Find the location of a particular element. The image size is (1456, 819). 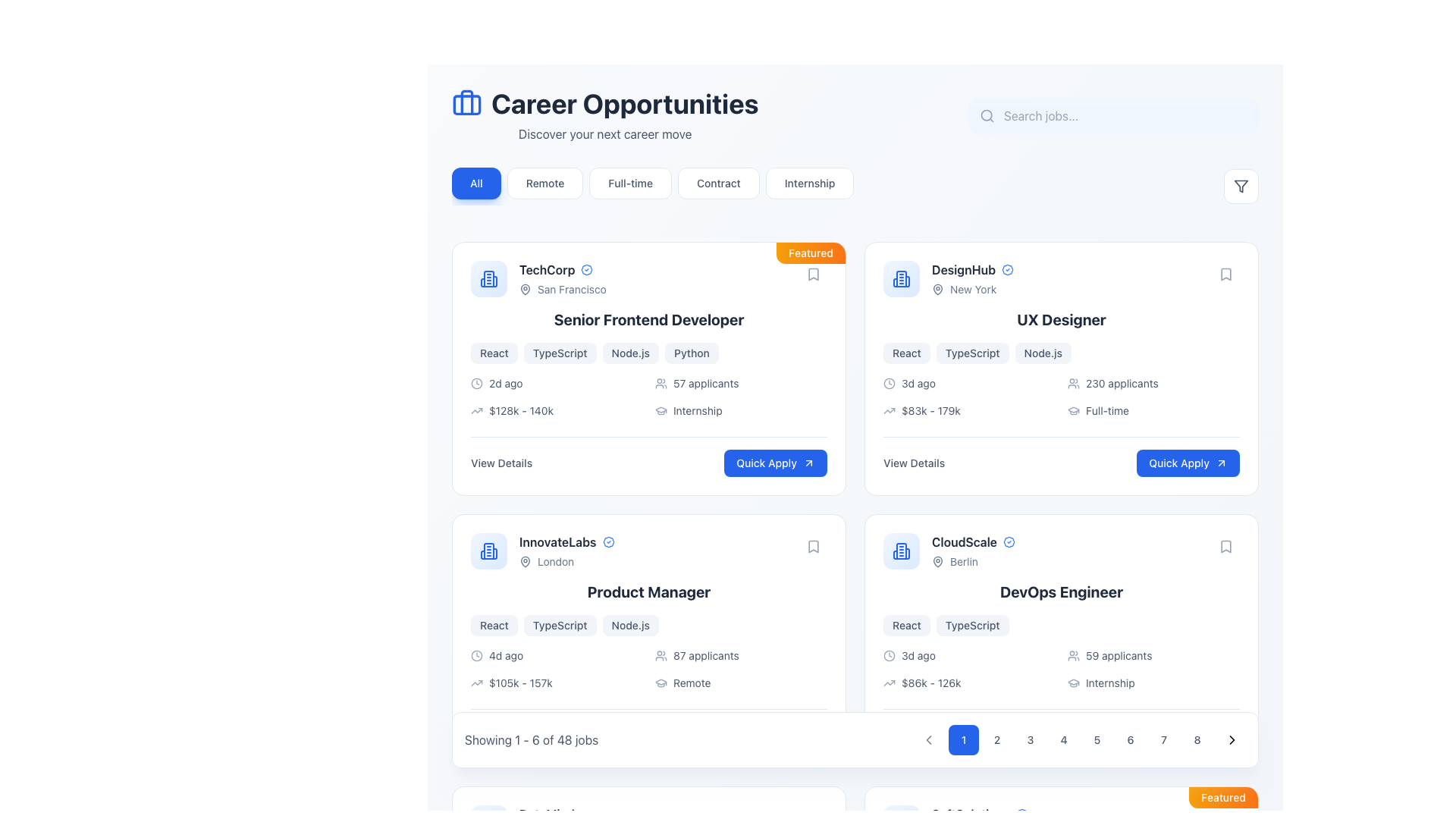

the job title text element located in the third card of the grid layout, situated below the company name and location details is located at coordinates (648, 591).